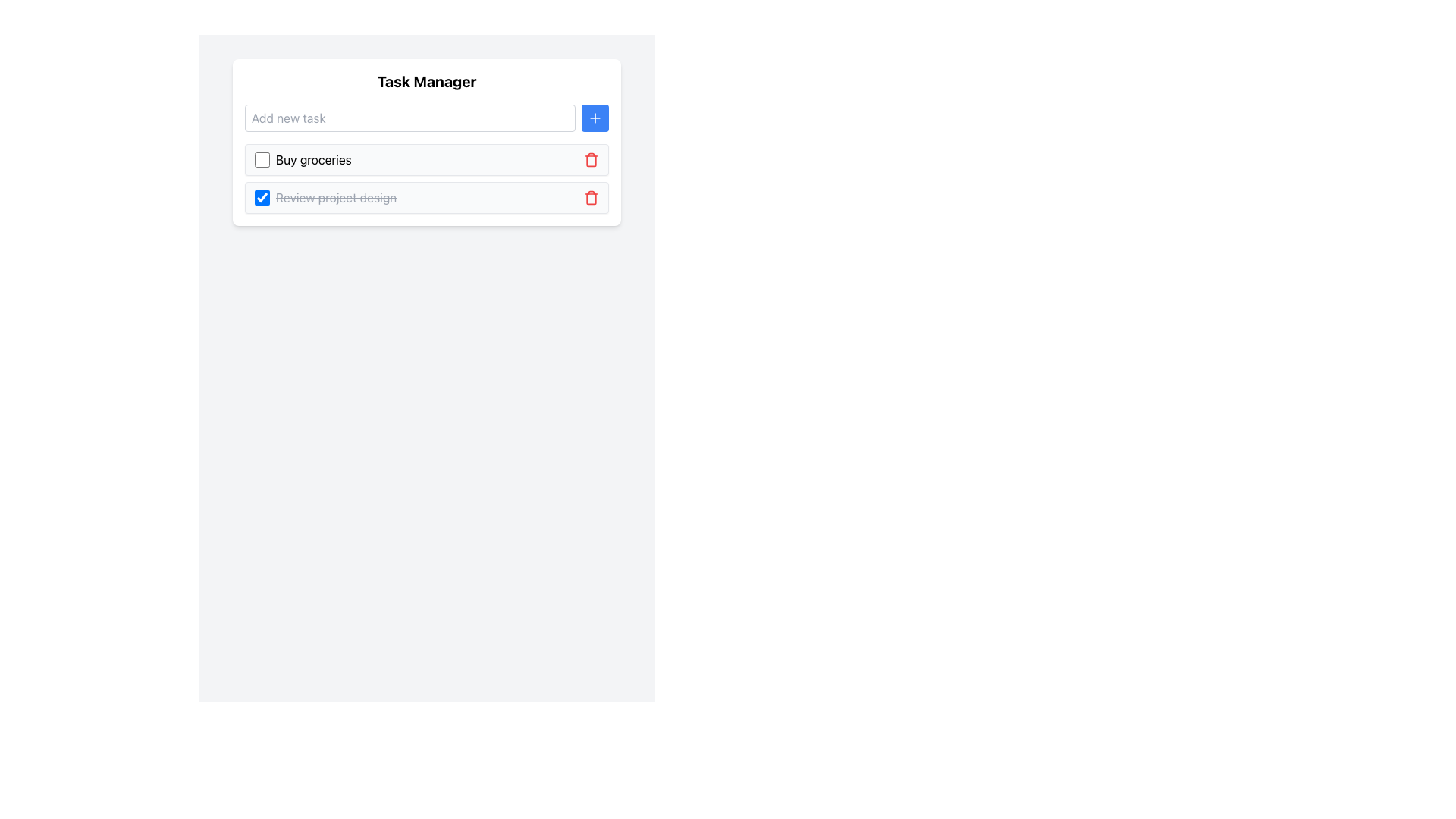 This screenshot has height=819, width=1456. I want to click on the checkbox for the task 'Review project design', so click(262, 197).